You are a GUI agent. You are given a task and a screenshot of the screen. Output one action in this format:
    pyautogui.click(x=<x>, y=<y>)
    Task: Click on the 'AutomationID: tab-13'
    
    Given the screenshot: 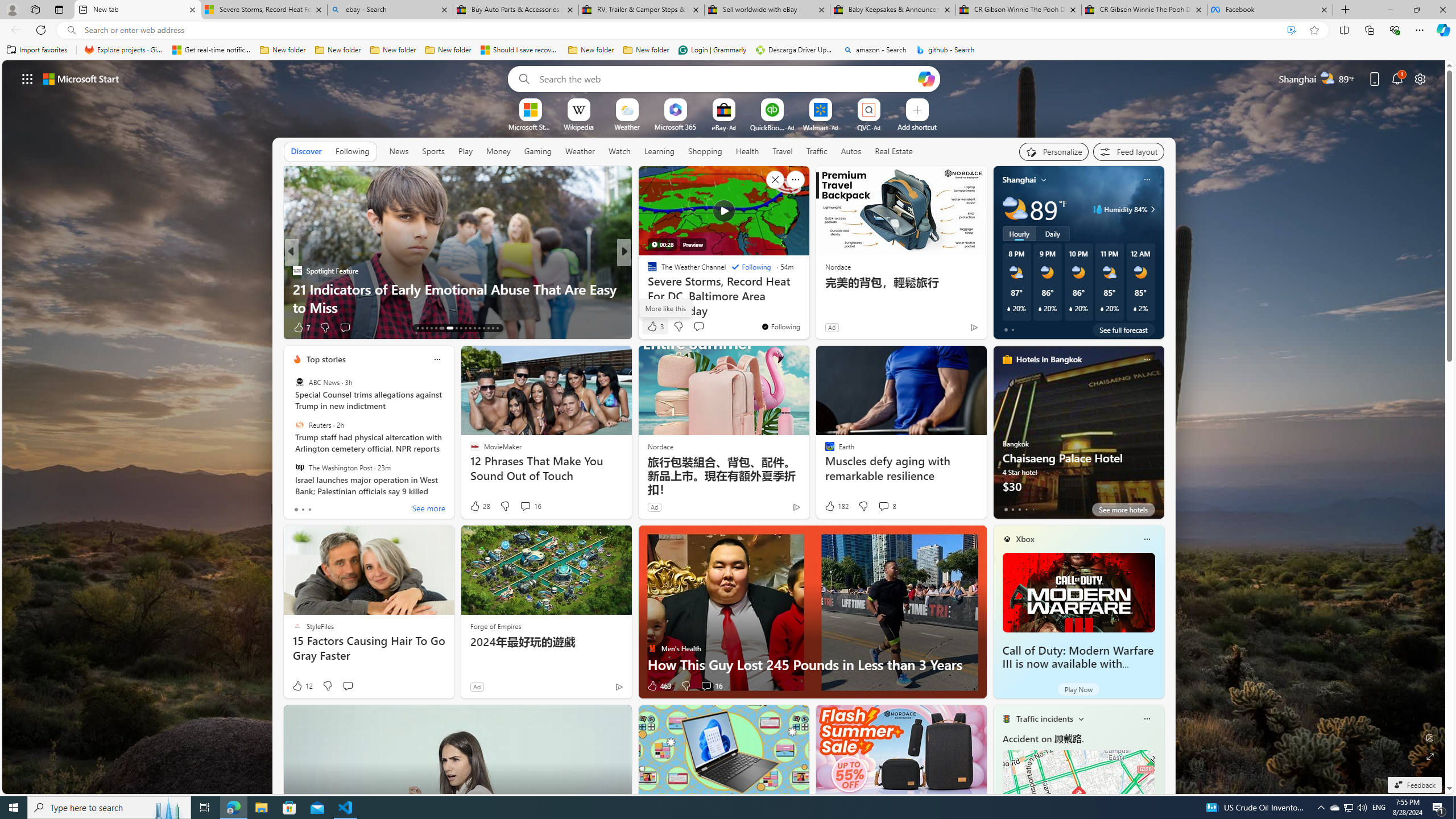 What is the action you would take?
    pyautogui.click(x=417, y=328)
    